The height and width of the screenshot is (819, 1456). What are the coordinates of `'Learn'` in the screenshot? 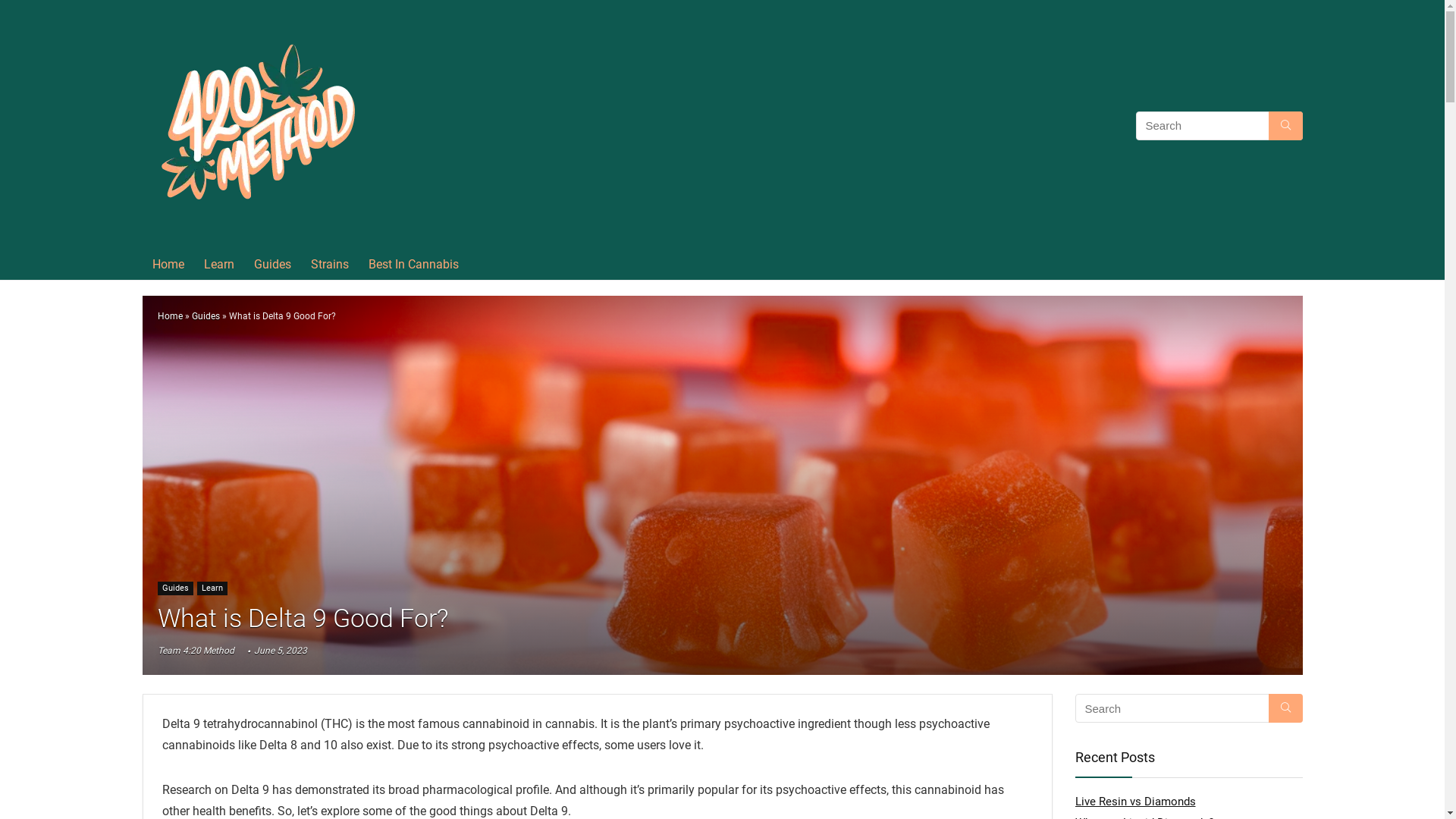 It's located at (211, 587).